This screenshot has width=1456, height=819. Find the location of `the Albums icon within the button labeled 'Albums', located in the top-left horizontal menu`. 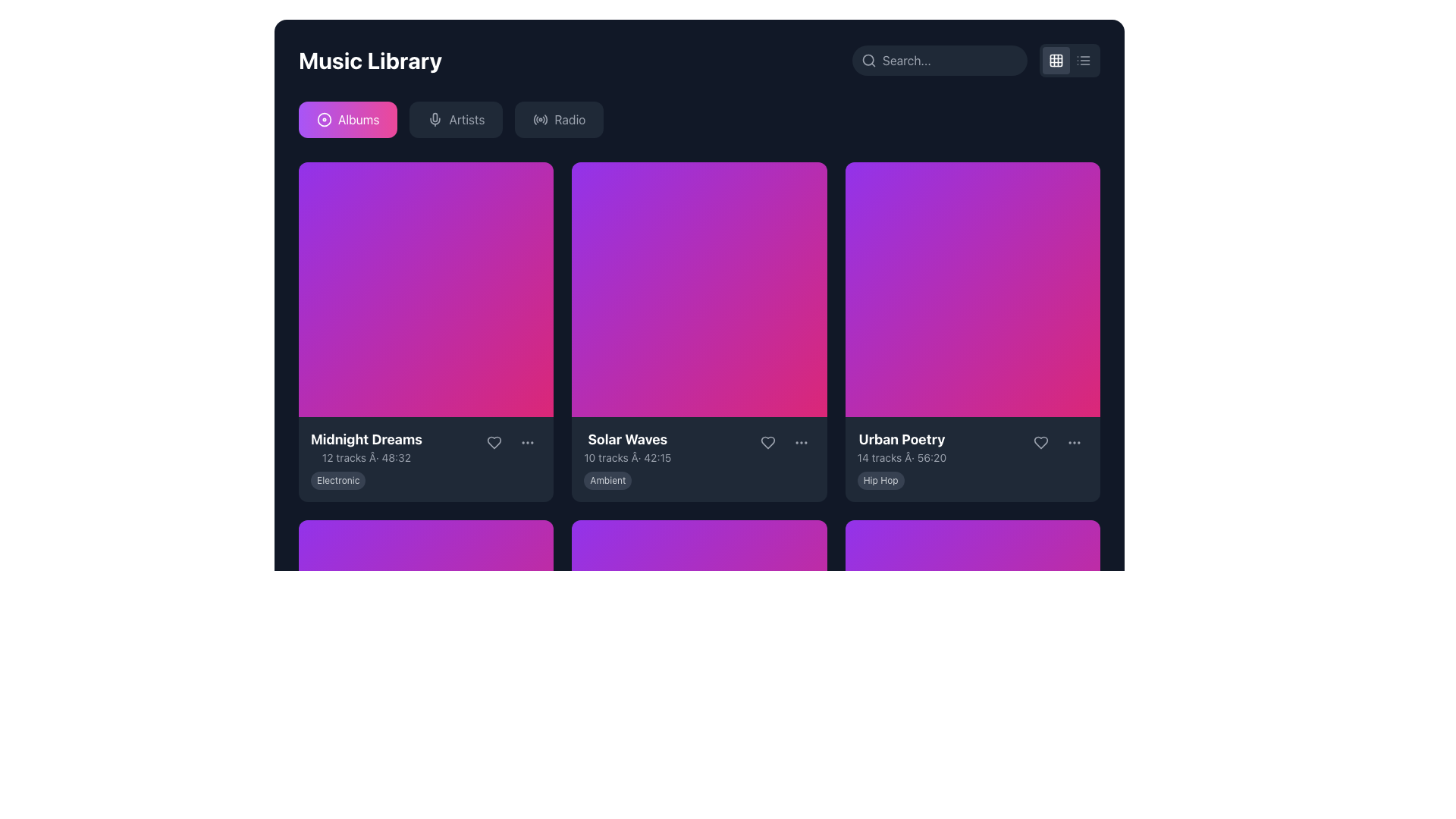

the Albums icon within the button labeled 'Albums', located in the top-left horizontal menu is located at coordinates (323, 119).